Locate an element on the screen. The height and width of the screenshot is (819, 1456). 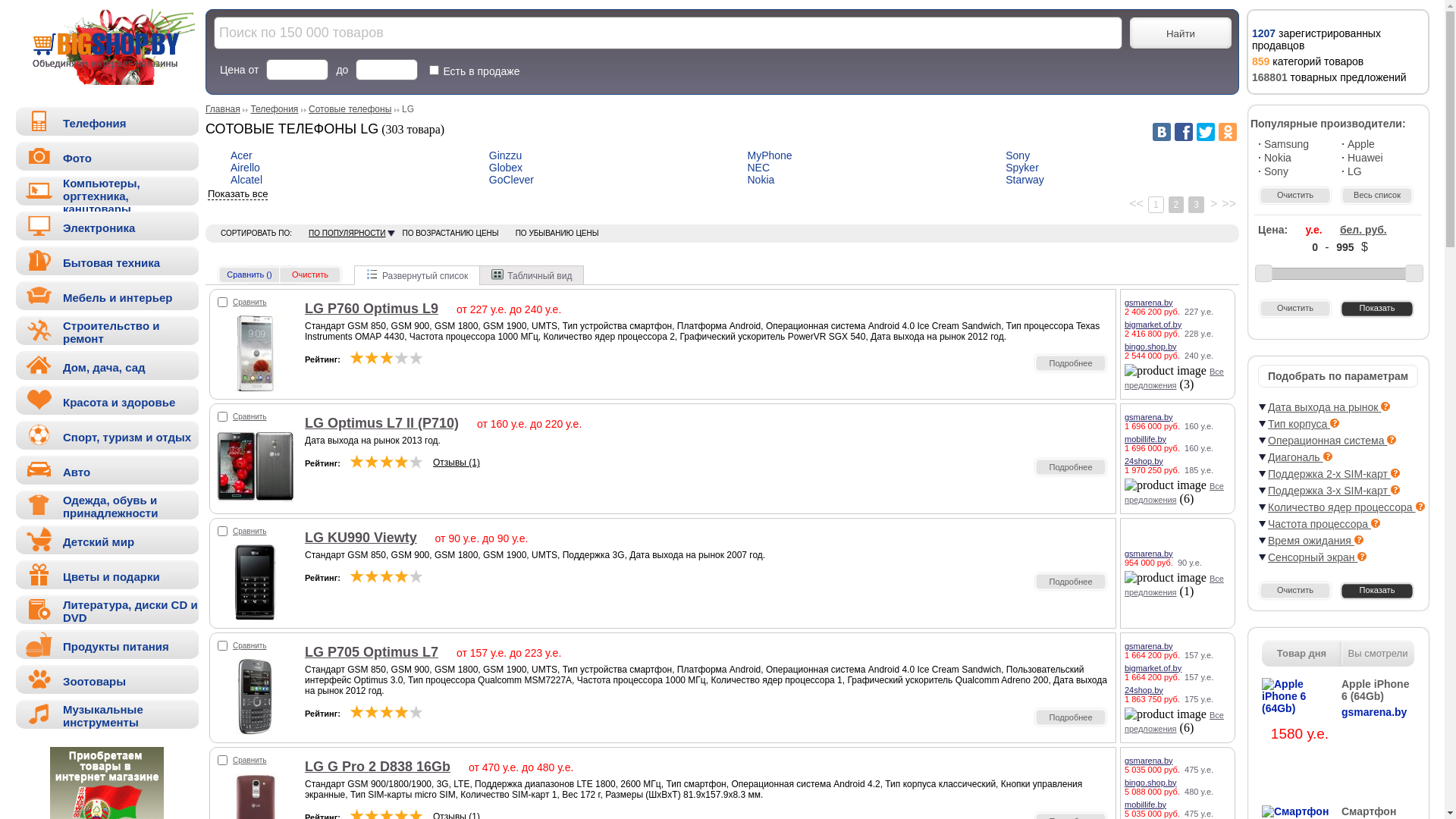
'Twitter' is located at coordinates (1204, 130).